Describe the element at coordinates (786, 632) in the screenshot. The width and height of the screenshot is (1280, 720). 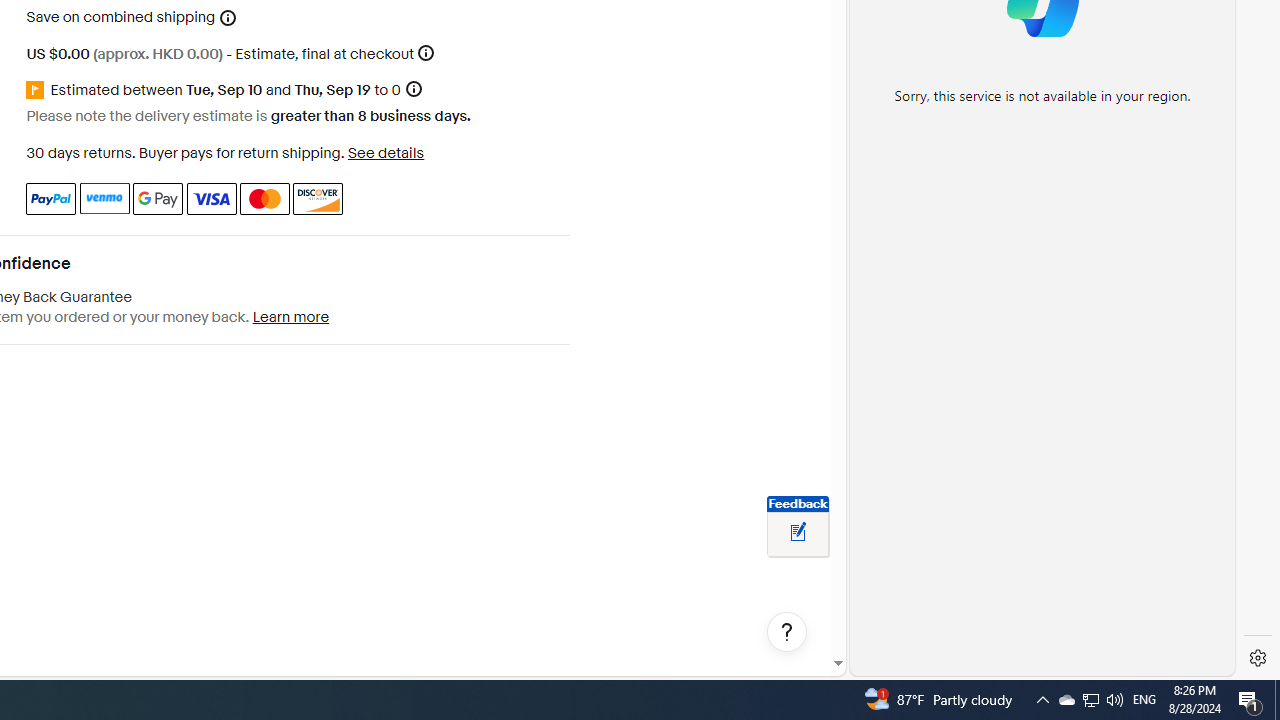
I see `'Help, opens dialogs'` at that location.